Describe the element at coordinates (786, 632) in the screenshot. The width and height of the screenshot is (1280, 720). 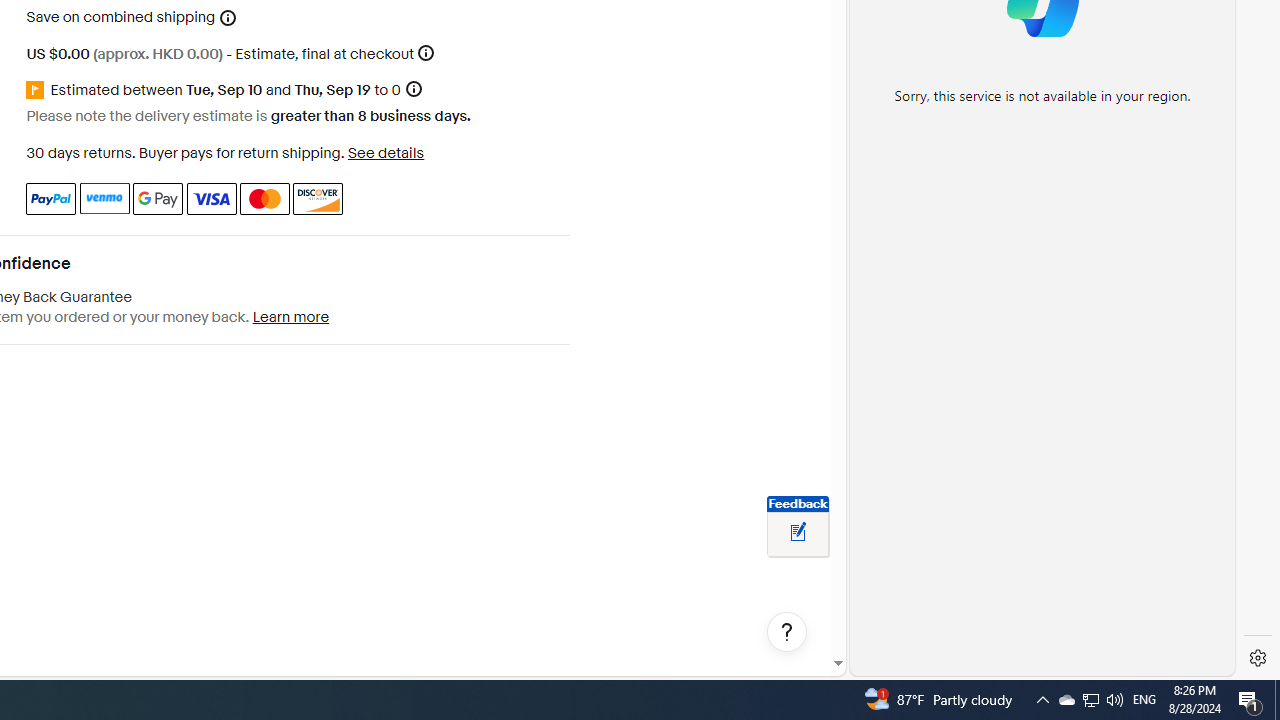
I see `'Help, opens dialogs'` at that location.